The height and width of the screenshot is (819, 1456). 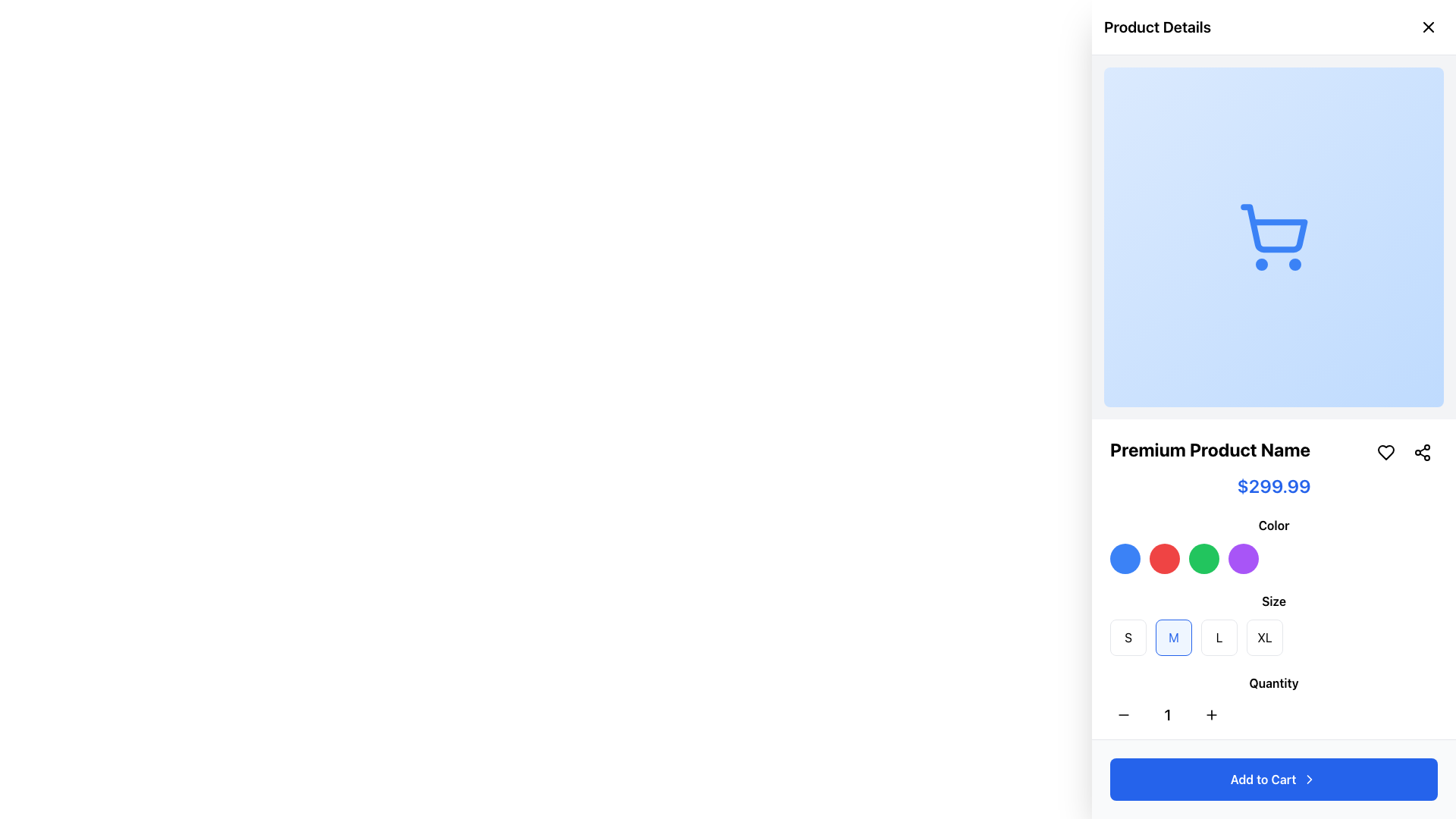 What do you see at coordinates (1211, 714) in the screenshot?
I see `the button that adds or increases the selected quantity of the product displayed in the product details interface, located near the bottom-right corner under the 'Quantity' section` at bounding box center [1211, 714].